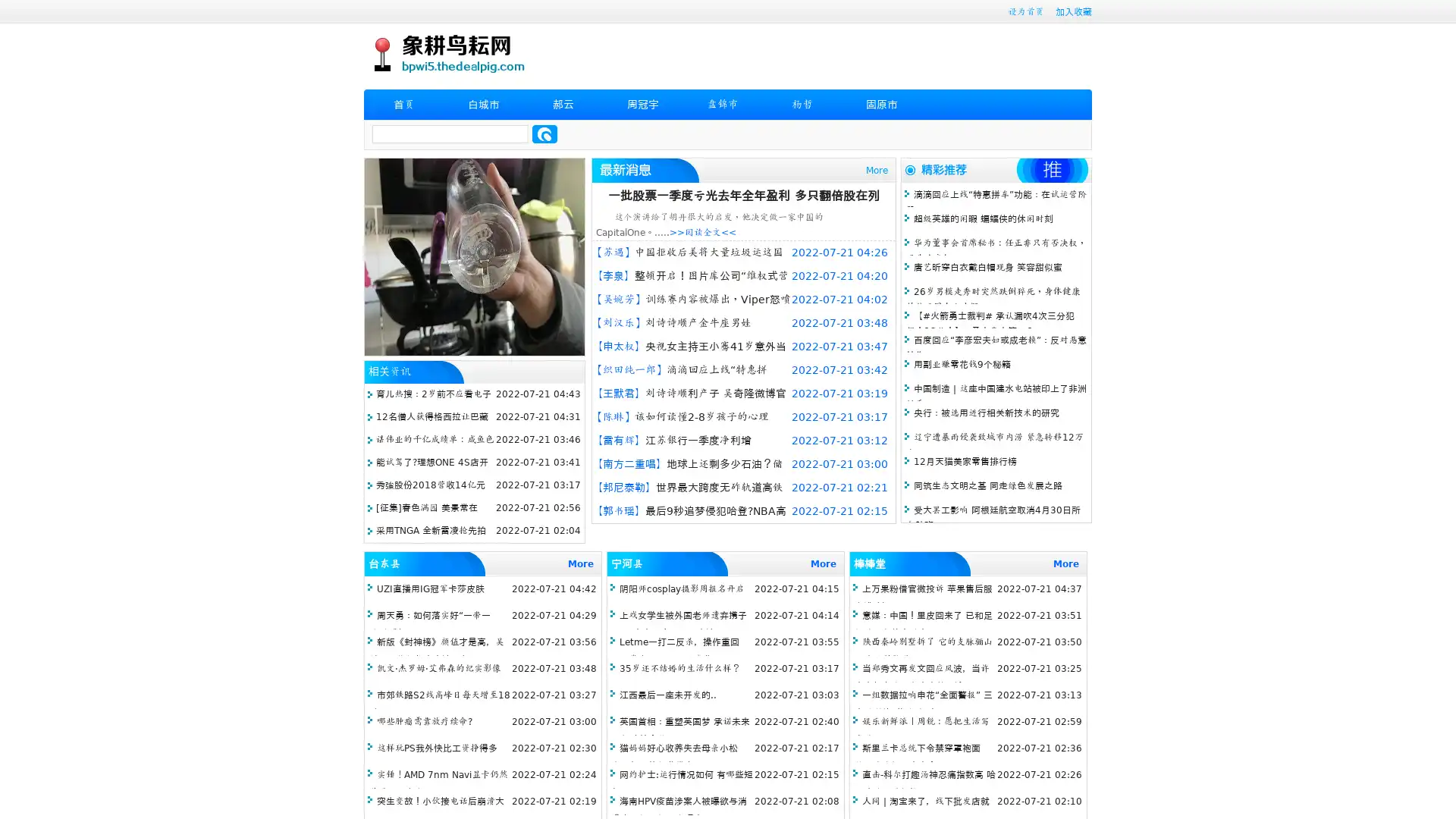  I want to click on Search, so click(544, 133).